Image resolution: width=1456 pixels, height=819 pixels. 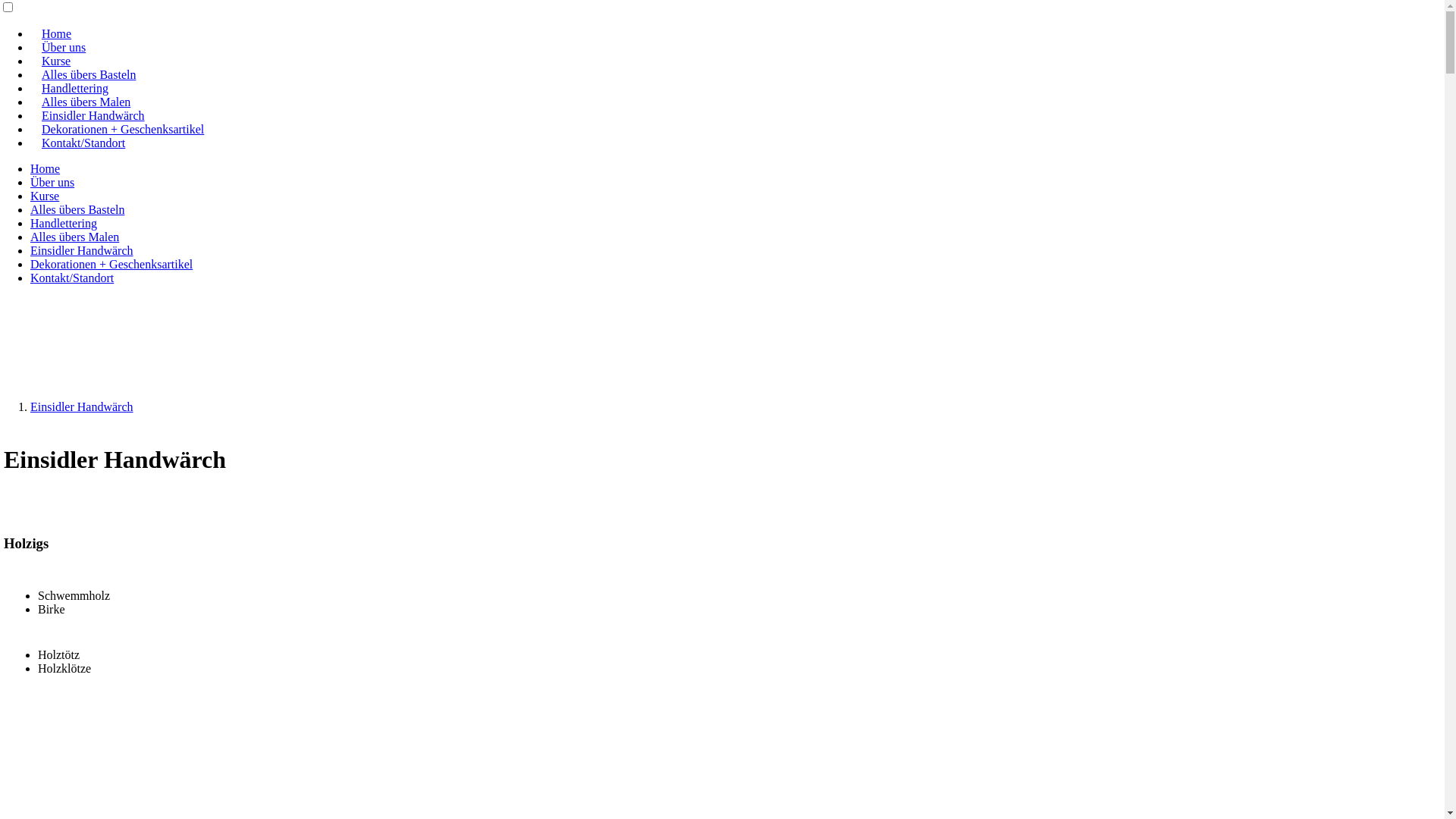 I want to click on 'Dekorationen + Geschenksartikel', so click(x=111, y=263).